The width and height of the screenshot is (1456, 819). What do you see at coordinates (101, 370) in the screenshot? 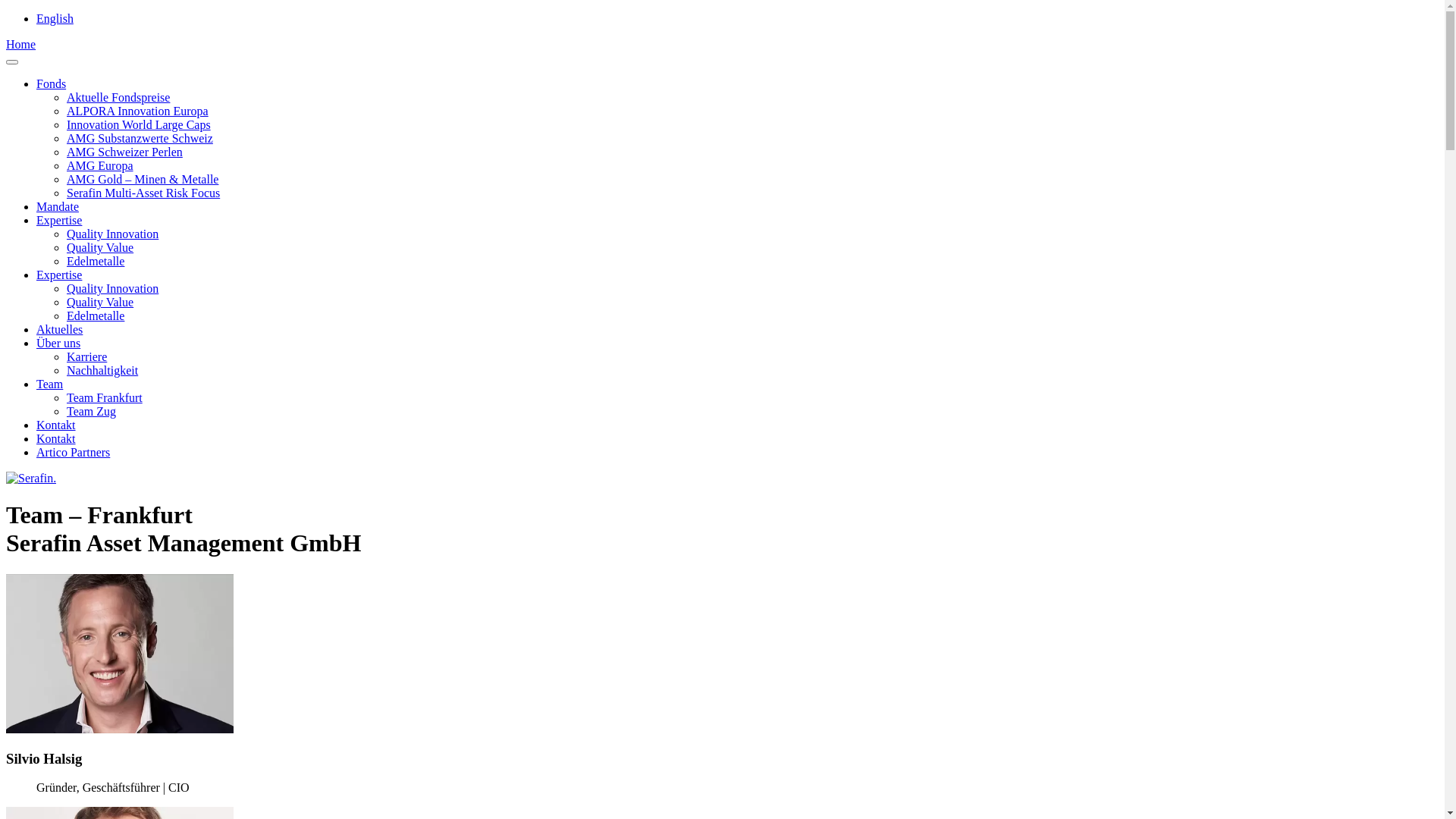
I see `'Nachhaltigkeit'` at bounding box center [101, 370].